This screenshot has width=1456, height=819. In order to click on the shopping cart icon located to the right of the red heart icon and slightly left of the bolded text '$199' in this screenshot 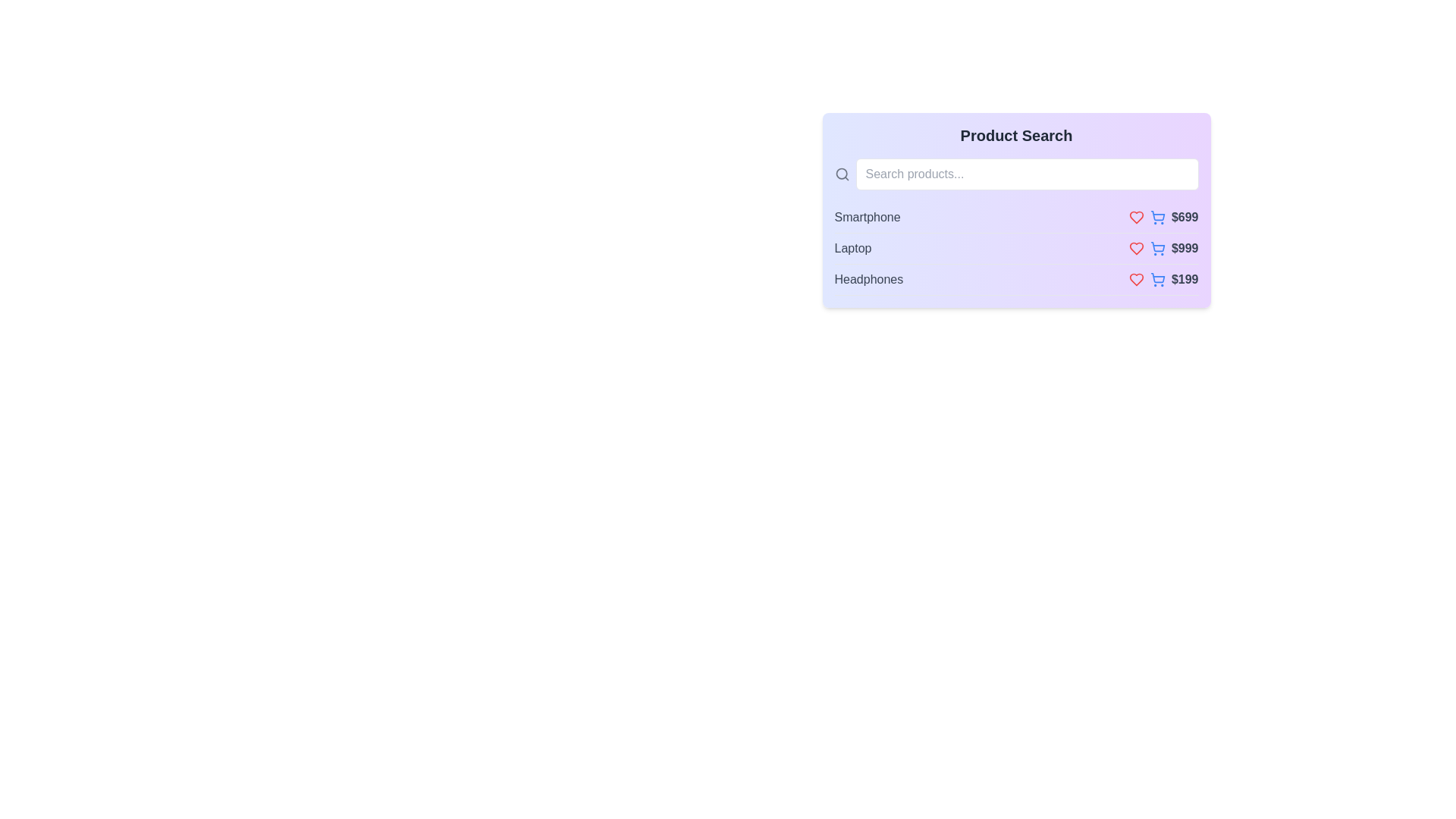, I will do `click(1163, 280)`.